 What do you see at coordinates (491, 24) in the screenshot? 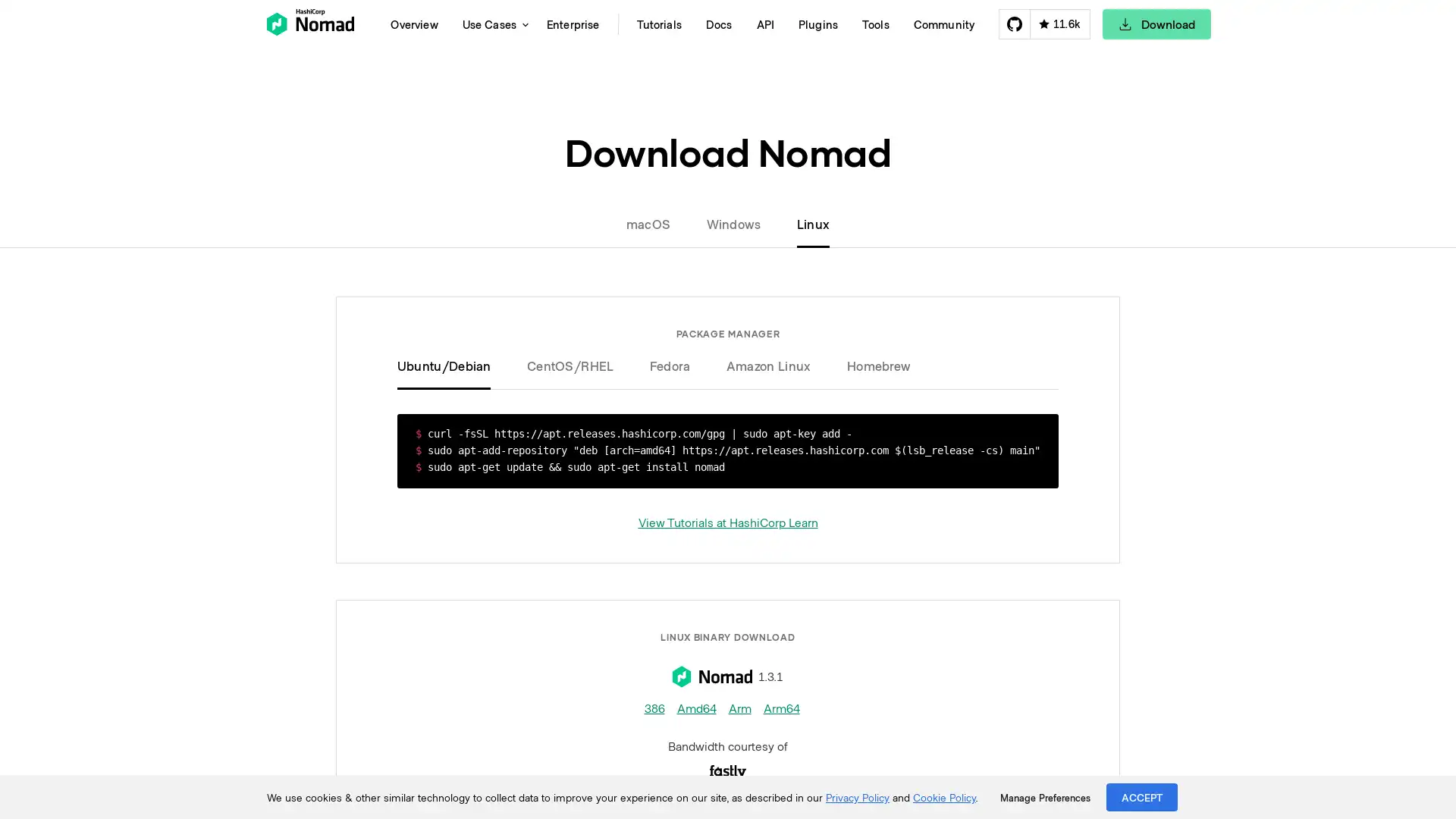
I see `Use Cases` at bounding box center [491, 24].